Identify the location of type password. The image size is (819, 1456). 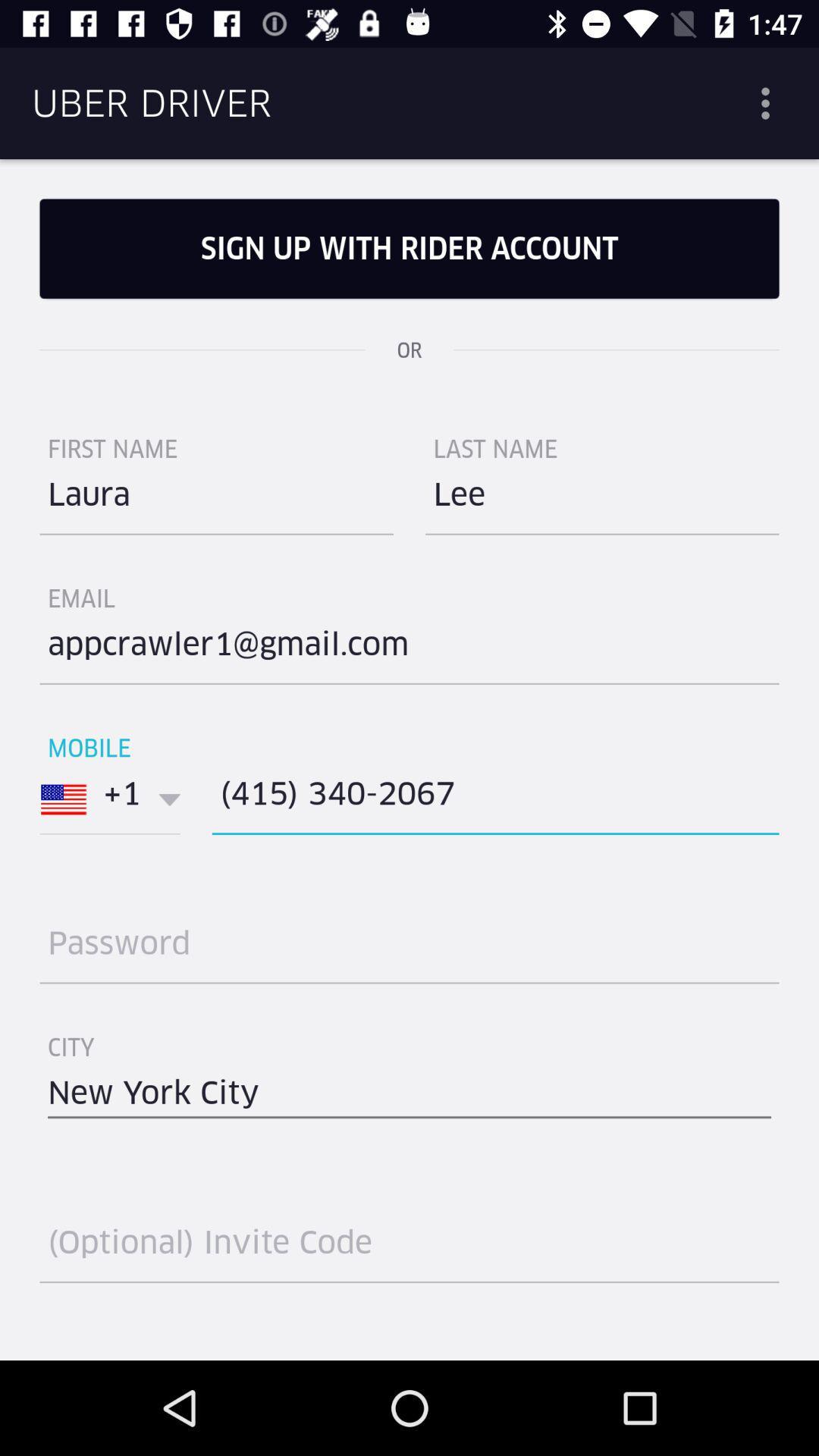
(409, 949).